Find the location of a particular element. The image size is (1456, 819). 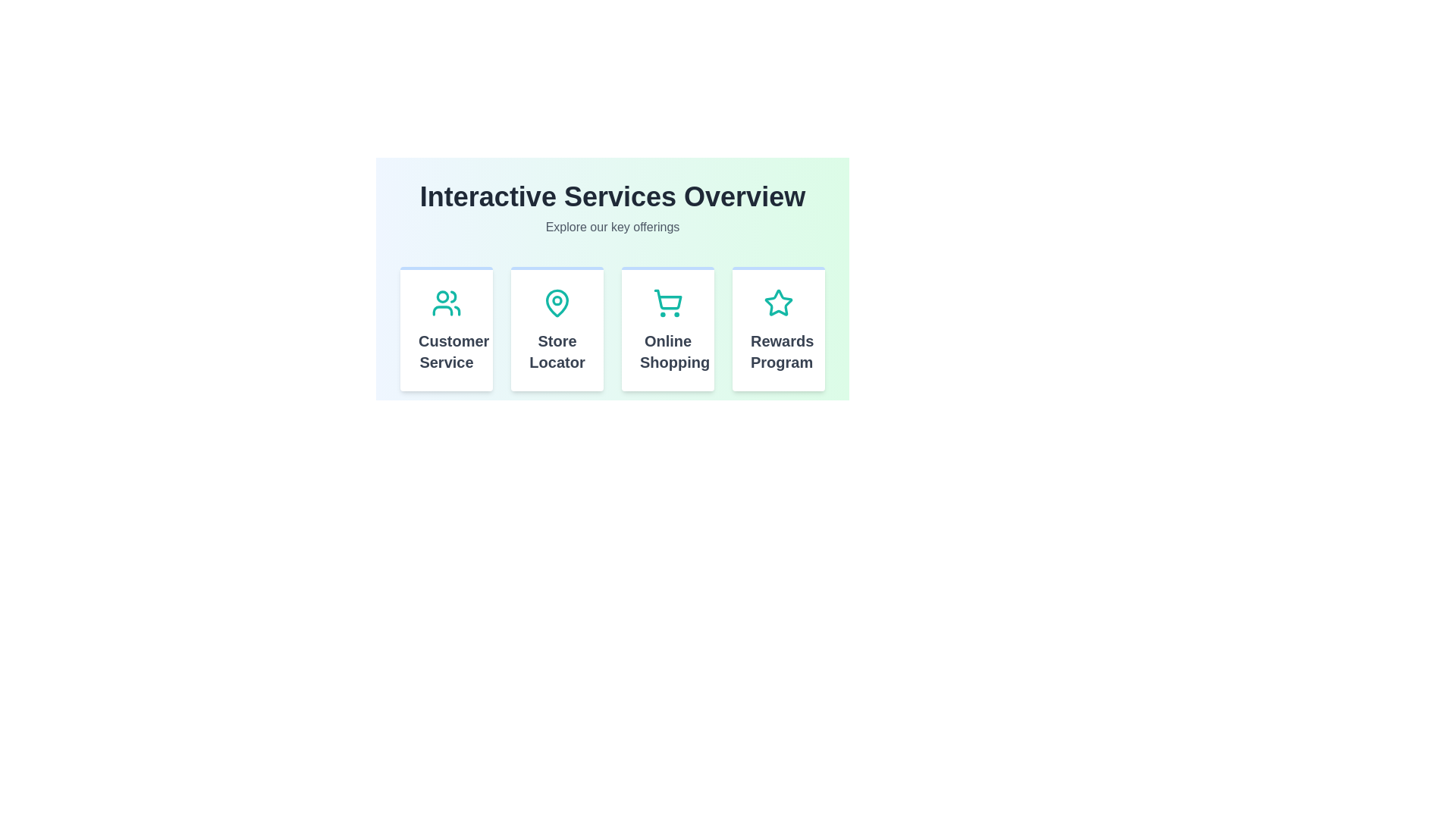

the teal blue outlined pin icon representing a location marker, which is the second icon in the 'Store Locator' card is located at coordinates (556, 303).